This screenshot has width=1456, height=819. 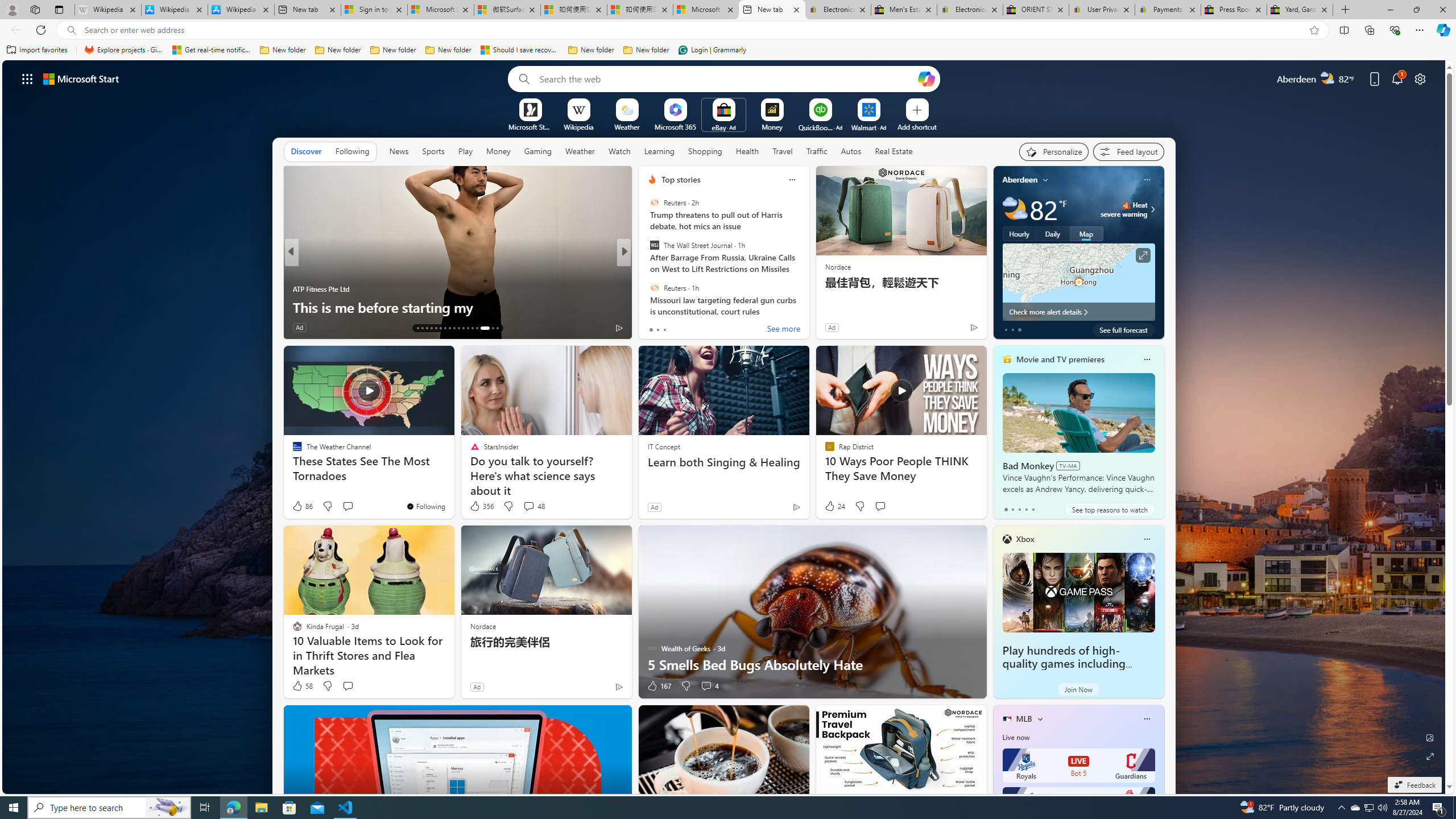 What do you see at coordinates (476, 328) in the screenshot?
I see `'AutomationID: tab-26'` at bounding box center [476, 328].